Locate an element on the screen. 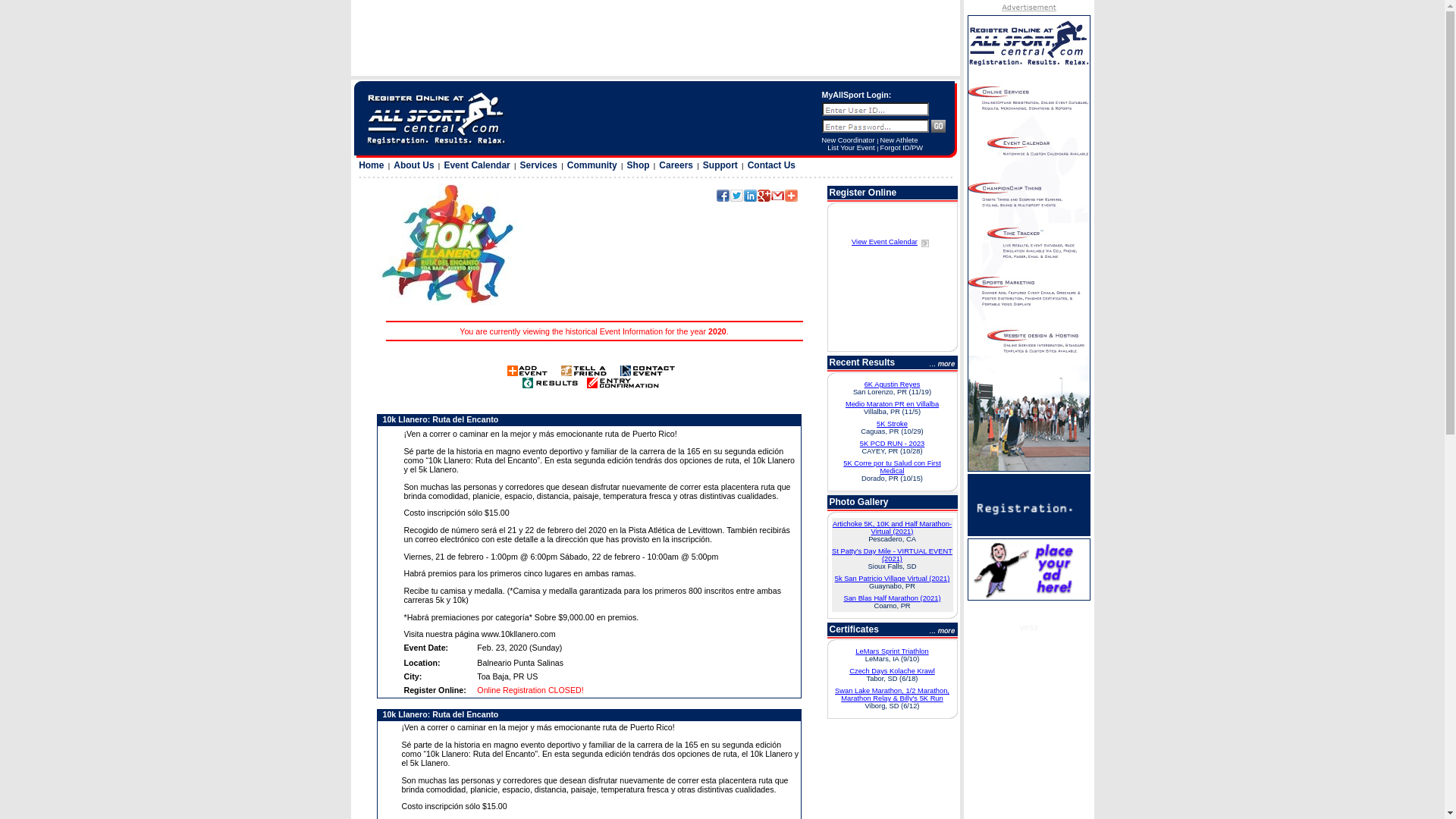 This screenshot has width=1456, height=819. ' About Us  | ' is located at coordinates (417, 165).